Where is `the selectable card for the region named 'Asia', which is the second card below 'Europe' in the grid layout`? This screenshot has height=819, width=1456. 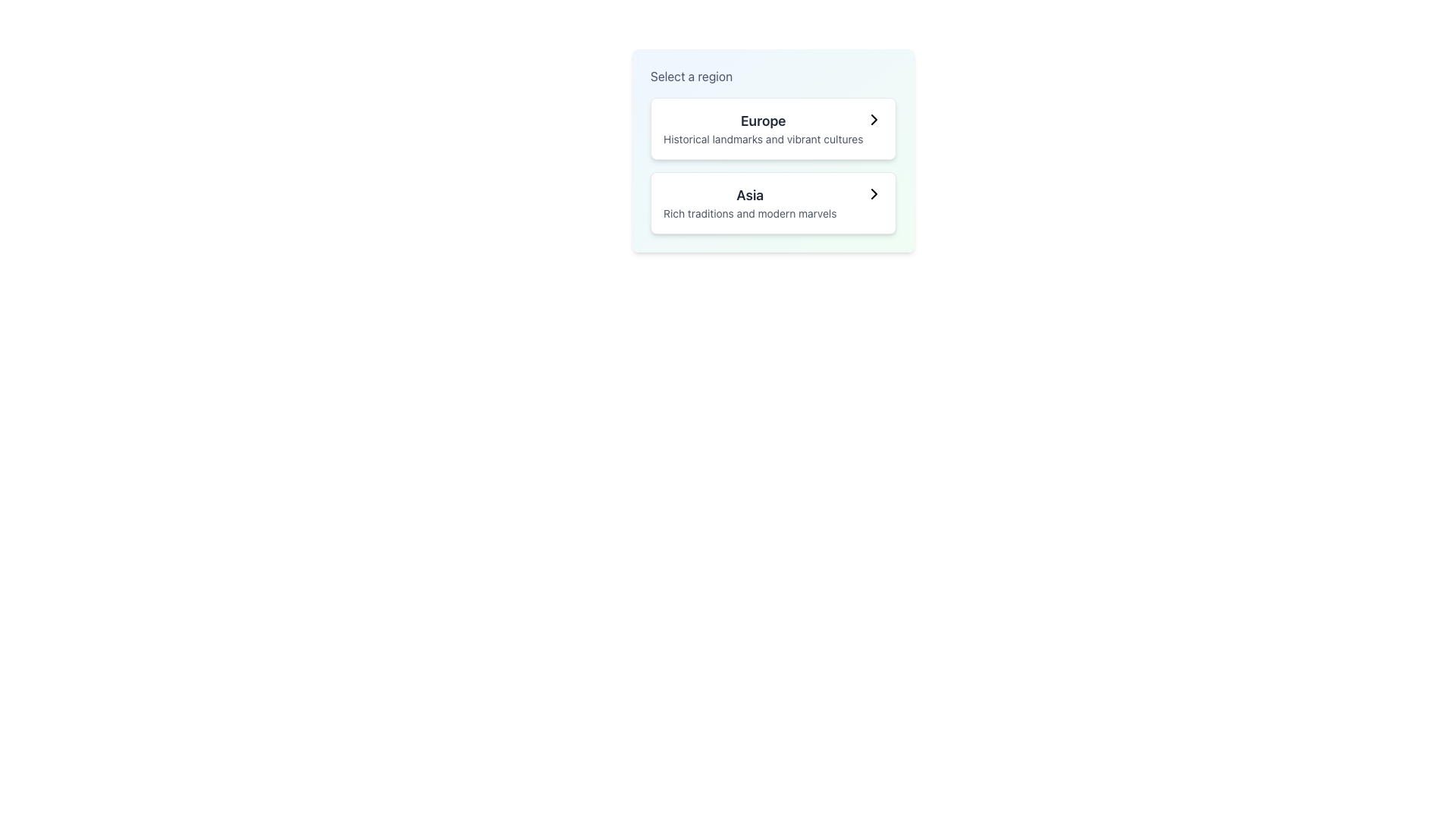
the selectable card for the region named 'Asia', which is the second card below 'Europe' in the grid layout is located at coordinates (773, 202).